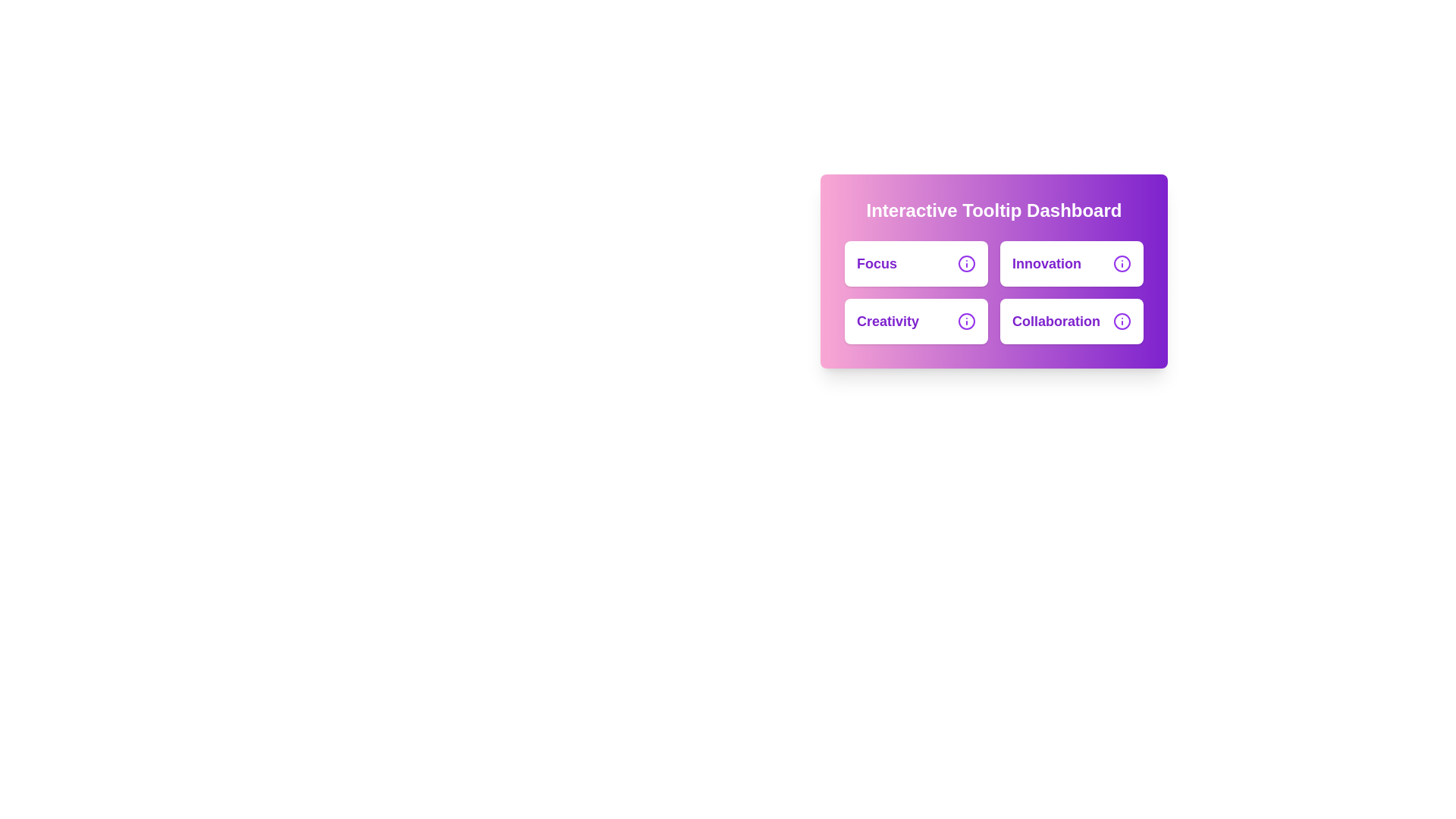 This screenshot has width=1456, height=819. What do you see at coordinates (1122, 321) in the screenshot?
I see `the circular info icon with a purple border and an 'i' in the center located in the bottom-right quadrant of the tooltip dashboard, to the right of the text 'Collaboration'` at bounding box center [1122, 321].